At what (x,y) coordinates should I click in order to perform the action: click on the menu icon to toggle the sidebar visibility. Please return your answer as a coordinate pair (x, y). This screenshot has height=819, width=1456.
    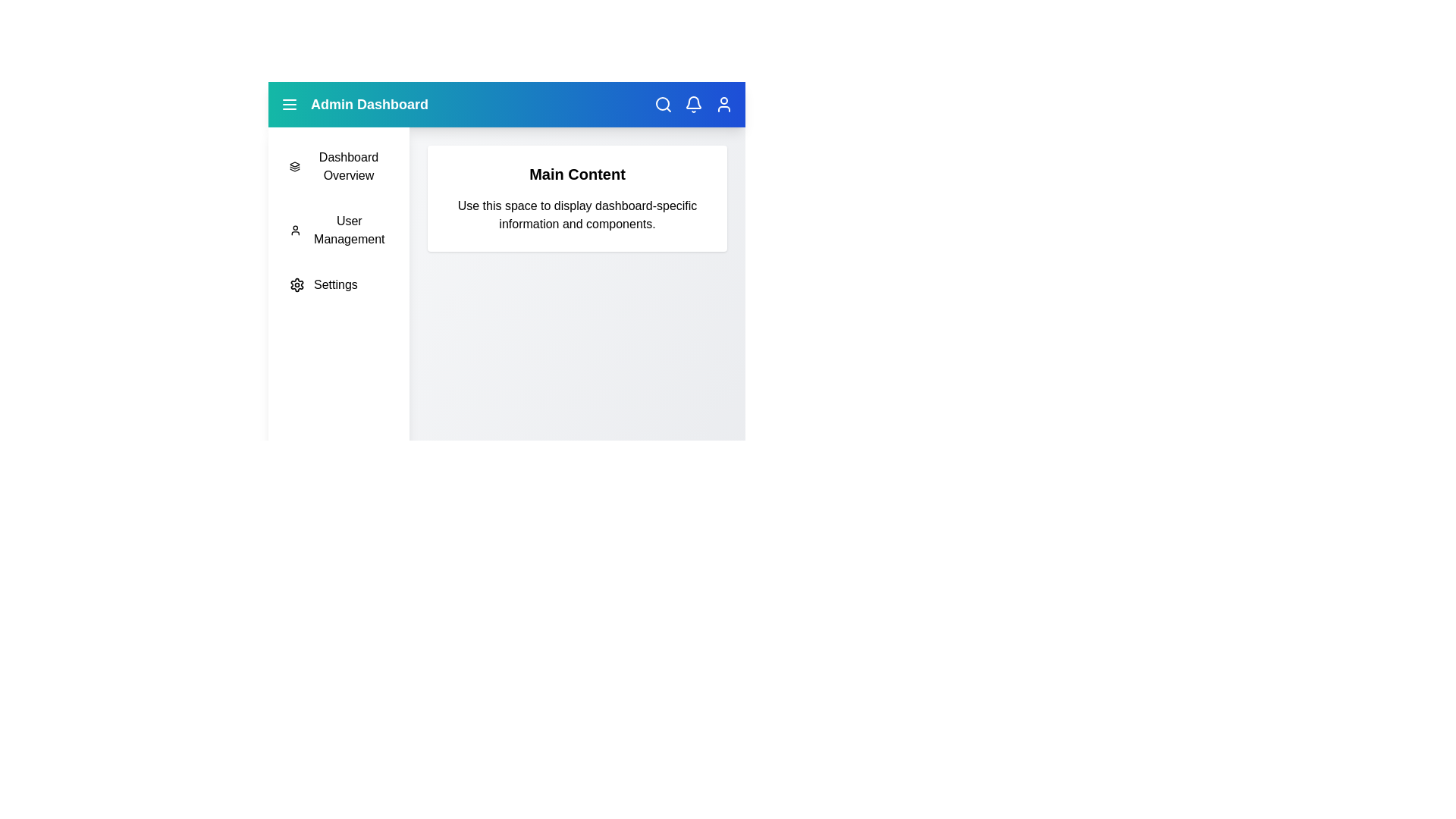
    Looking at the image, I should click on (290, 104).